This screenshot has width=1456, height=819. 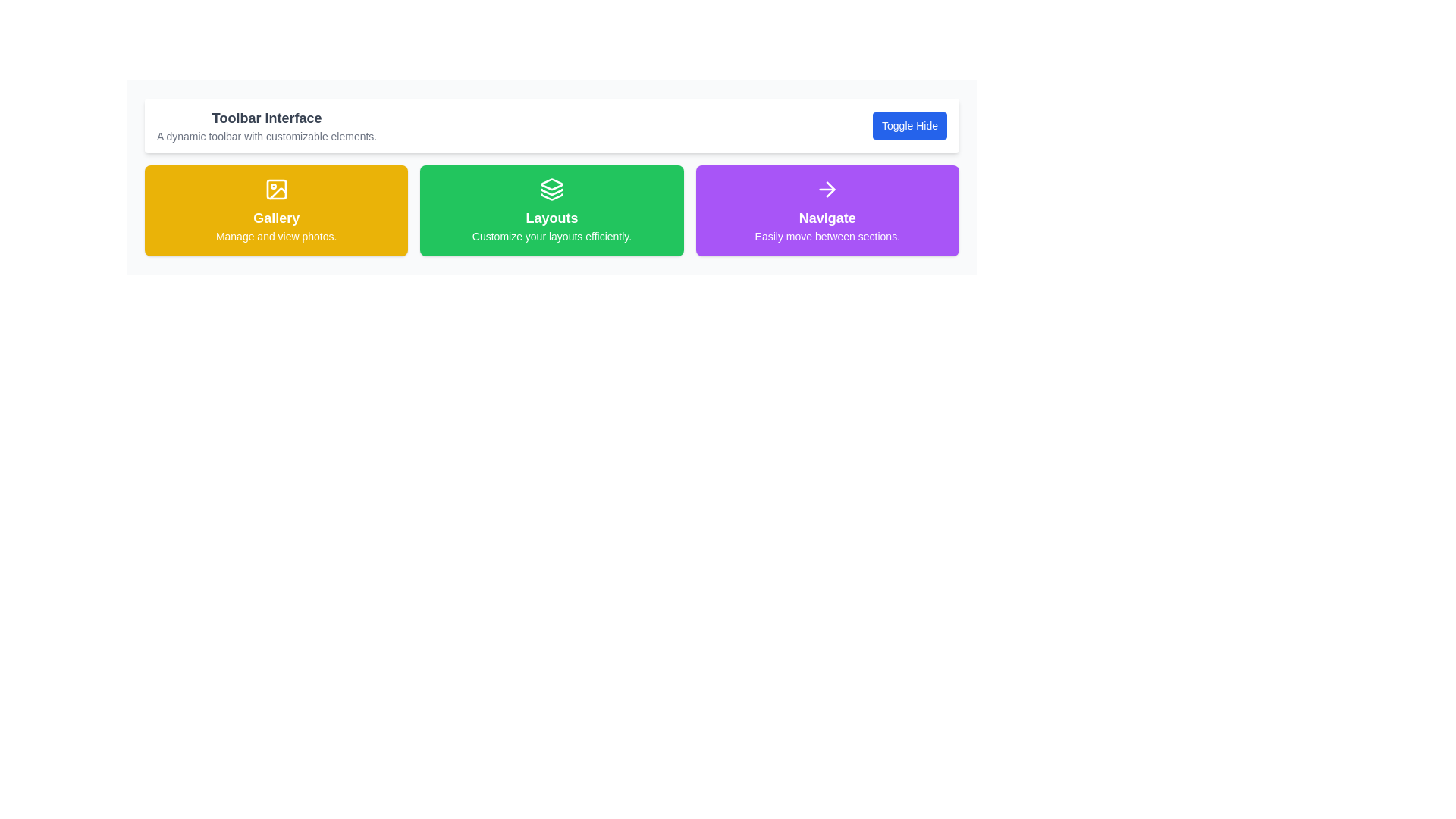 What do you see at coordinates (276, 237) in the screenshot?
I see `the text label that reads 'Manage and view photos.' which is displayed within a yellow background section under the 'Gallery' heading` at bounding box center [276, 237].